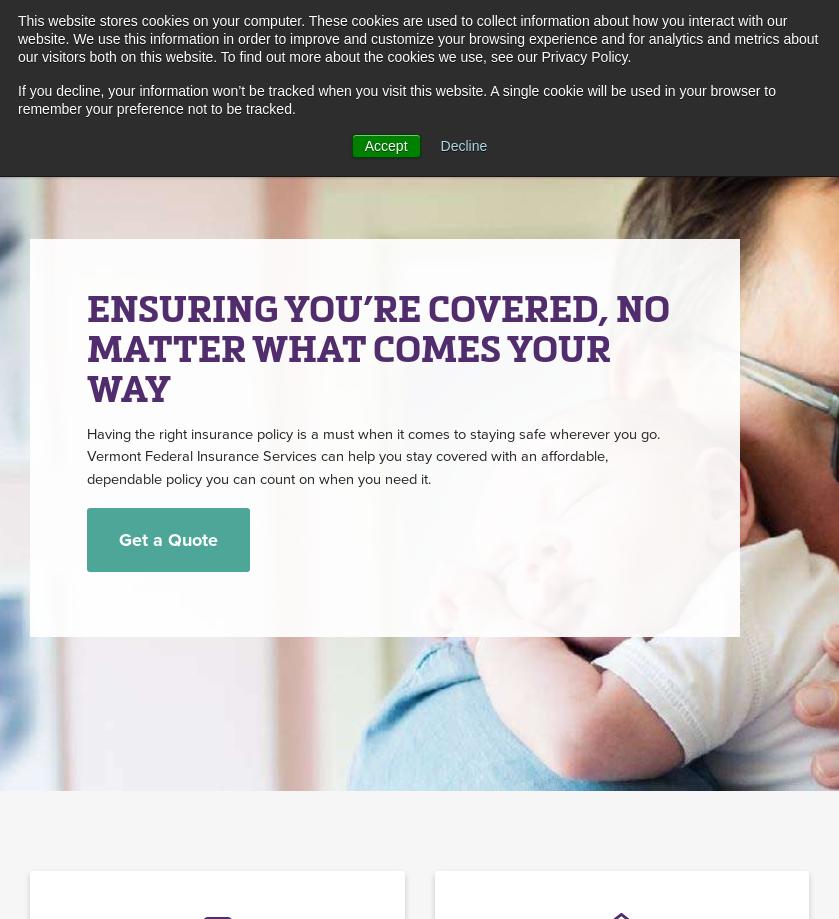 The image size is (839, 919). Describe the element at coordinates (462, 145) in the screenshot. I see `'Decline'` at that location.